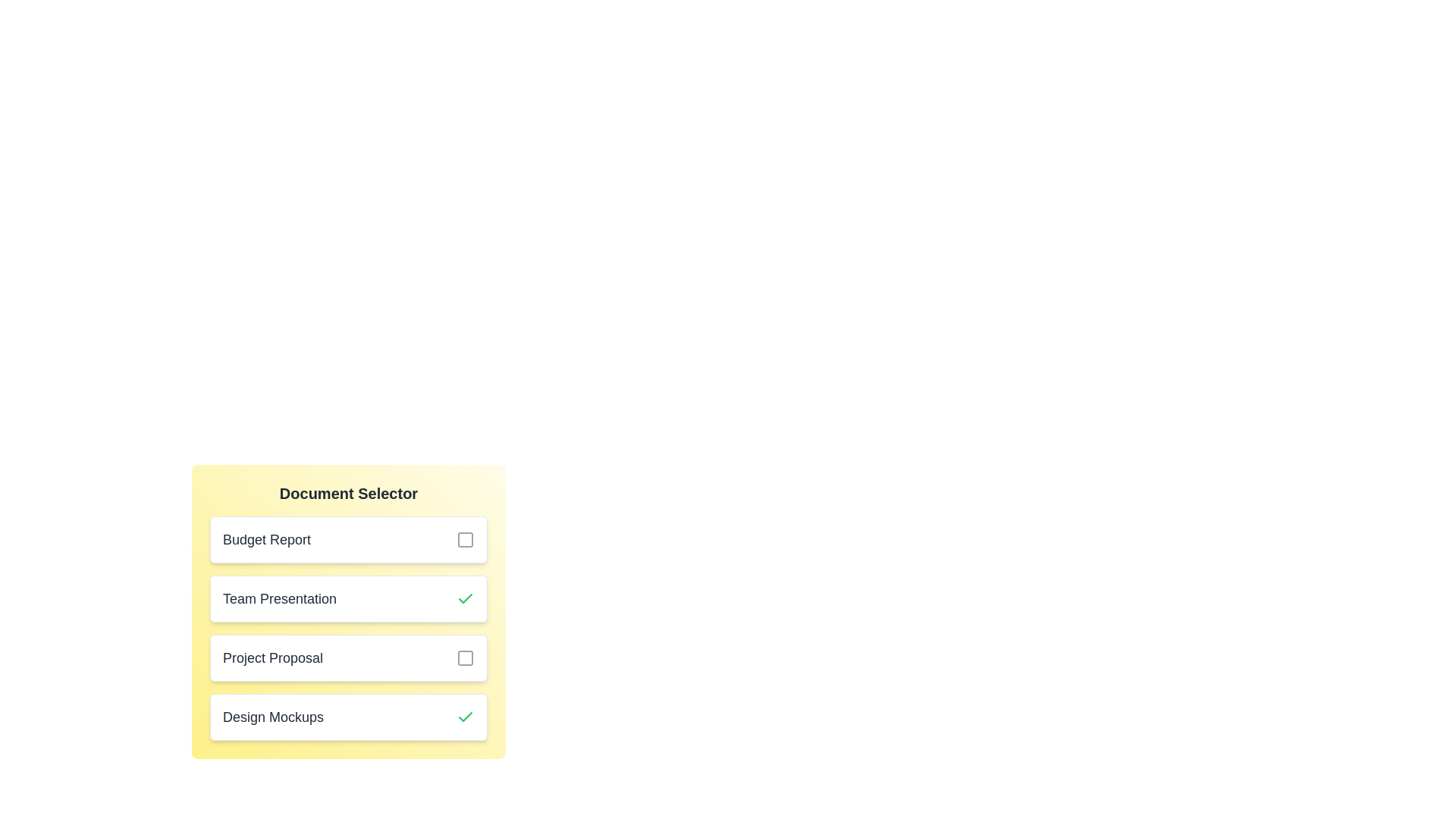  I want to click on the document Budget Report by clicking its checkbox, so click(465, 539).